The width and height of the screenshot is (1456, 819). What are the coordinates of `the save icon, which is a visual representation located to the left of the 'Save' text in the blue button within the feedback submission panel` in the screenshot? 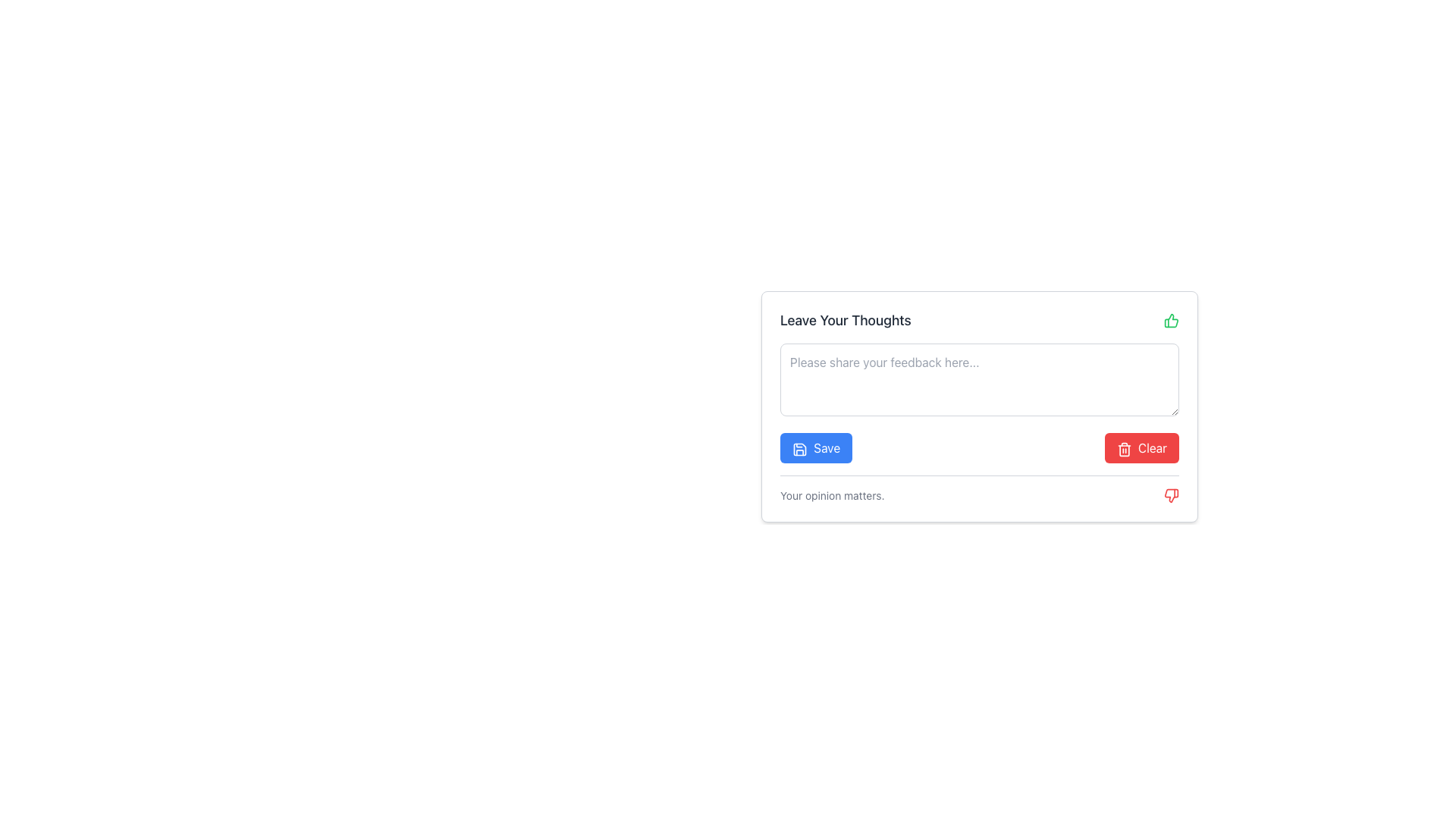 It's located at (799, 447).